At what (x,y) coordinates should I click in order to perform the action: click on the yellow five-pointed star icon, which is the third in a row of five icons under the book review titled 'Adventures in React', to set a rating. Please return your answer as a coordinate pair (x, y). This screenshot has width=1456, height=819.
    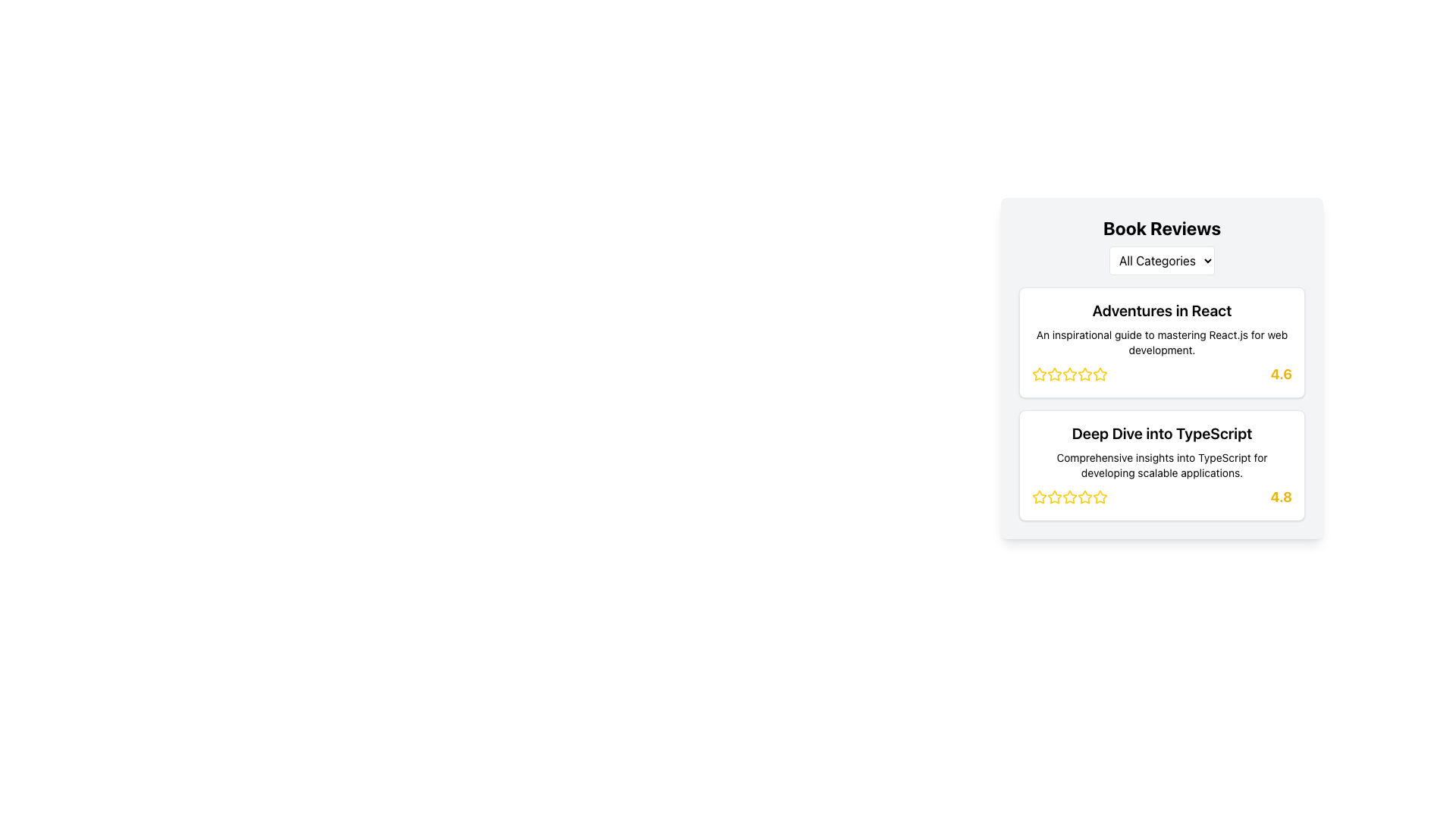
    Looking at the image, I should click on (1084, 374).